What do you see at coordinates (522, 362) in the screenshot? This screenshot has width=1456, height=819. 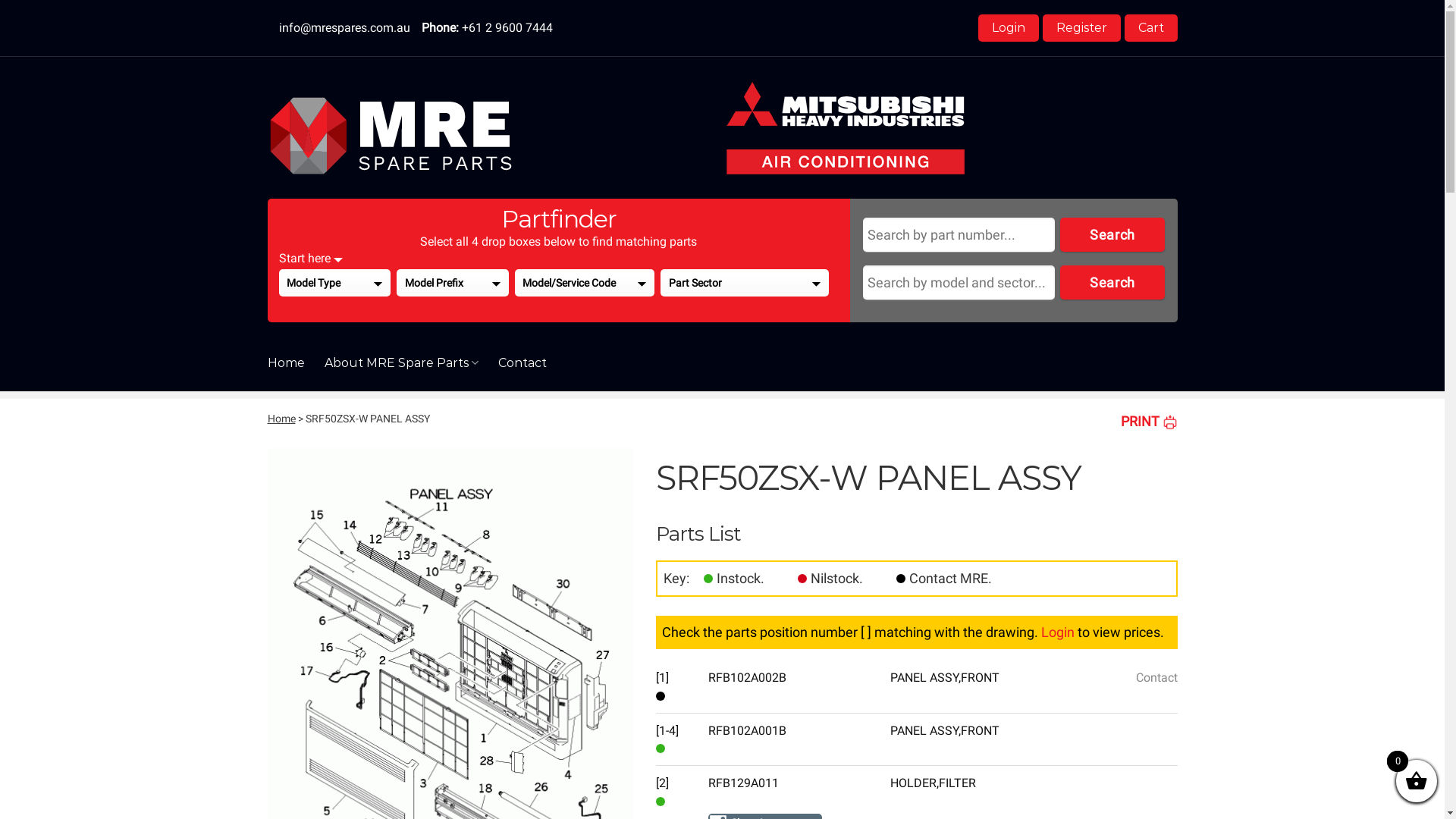 I see `'Contact'` at bounding box center [522, 362].